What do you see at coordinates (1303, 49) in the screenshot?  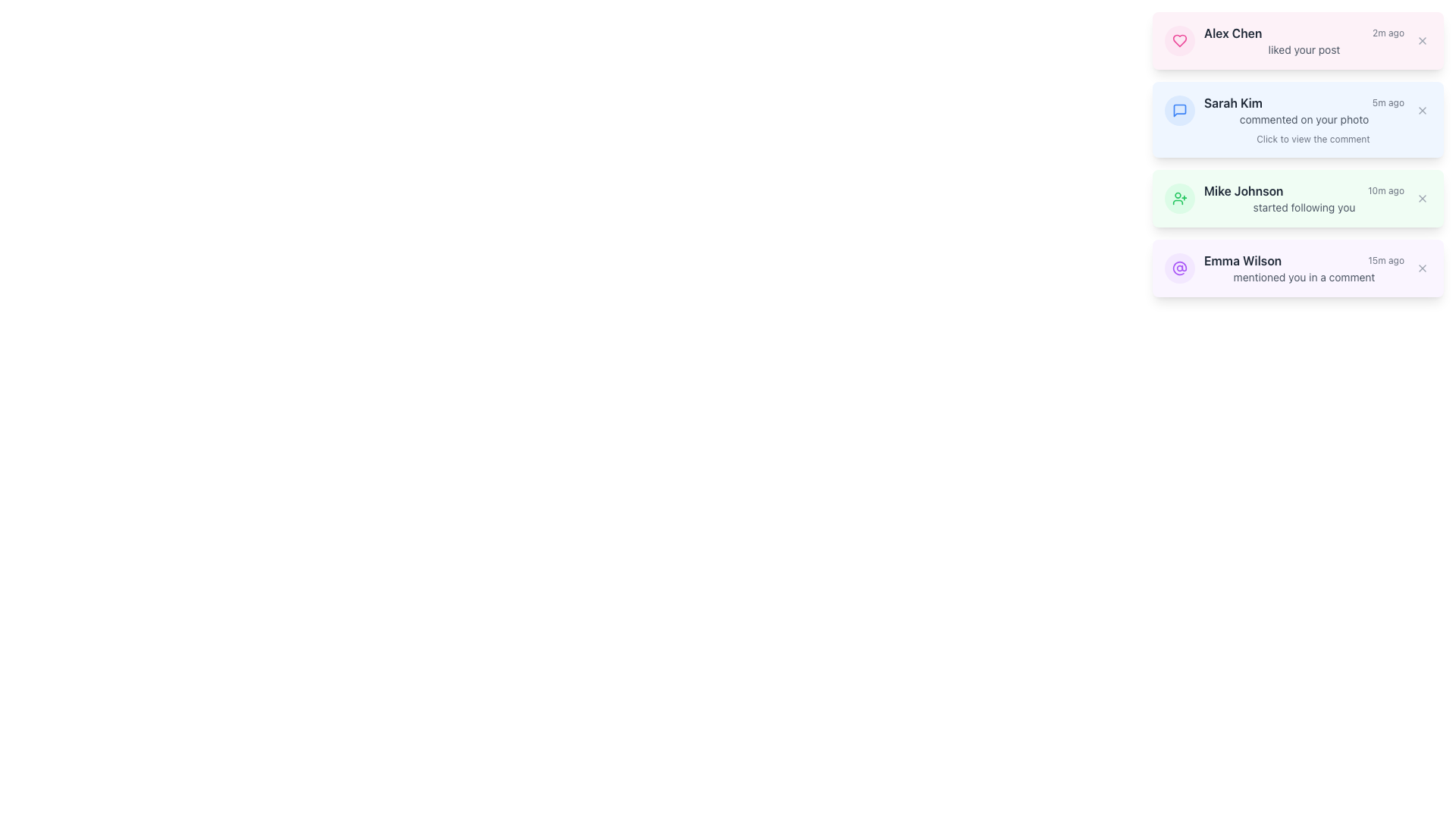 I see `text label indicating that 'Alex Chen' has liked a post, which is located in the notification card below the username and to the left of the timestamp` at bounding box center [1303, 49].